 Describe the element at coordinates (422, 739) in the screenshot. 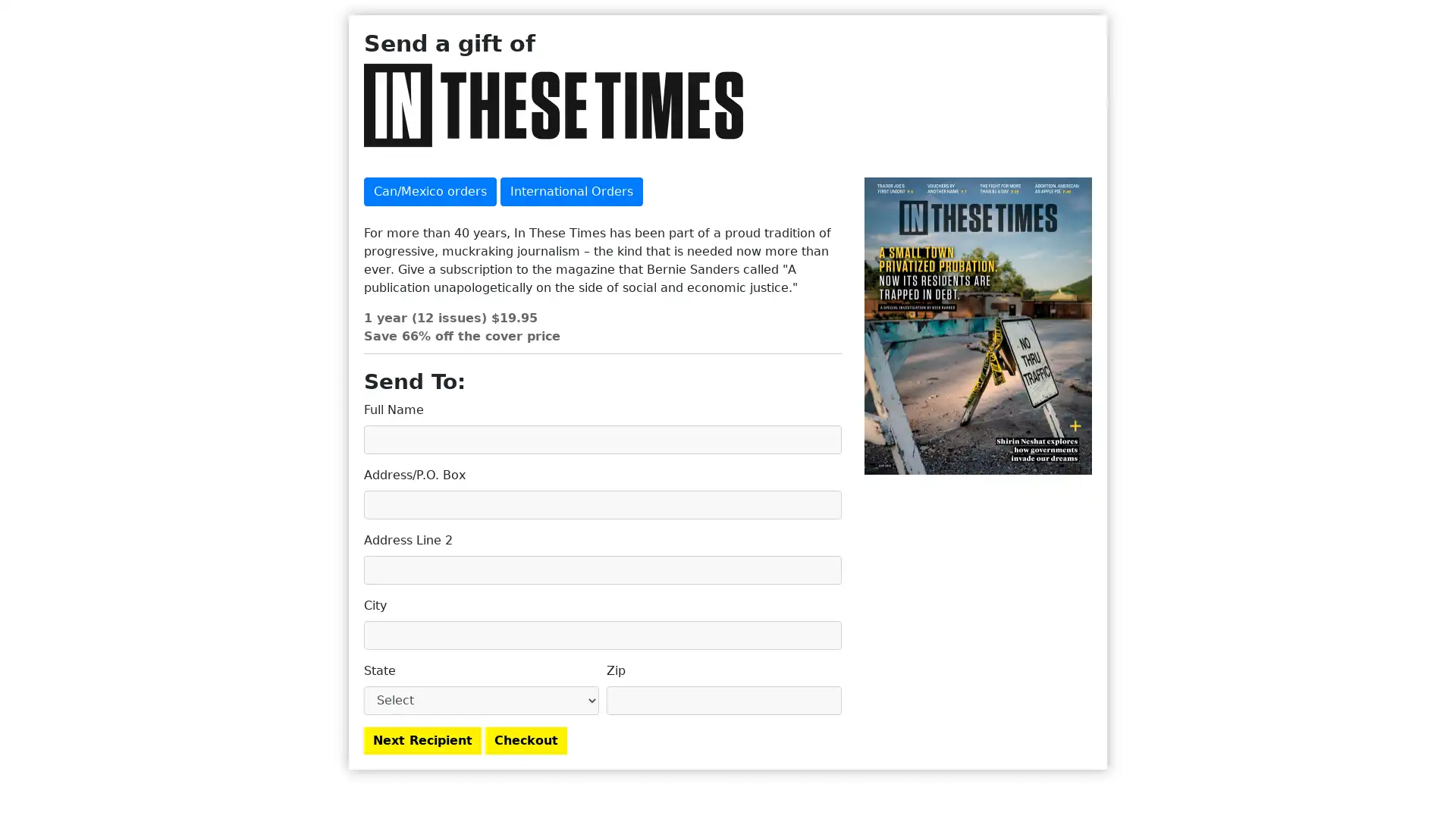

I see `Next Recipient` at that location.